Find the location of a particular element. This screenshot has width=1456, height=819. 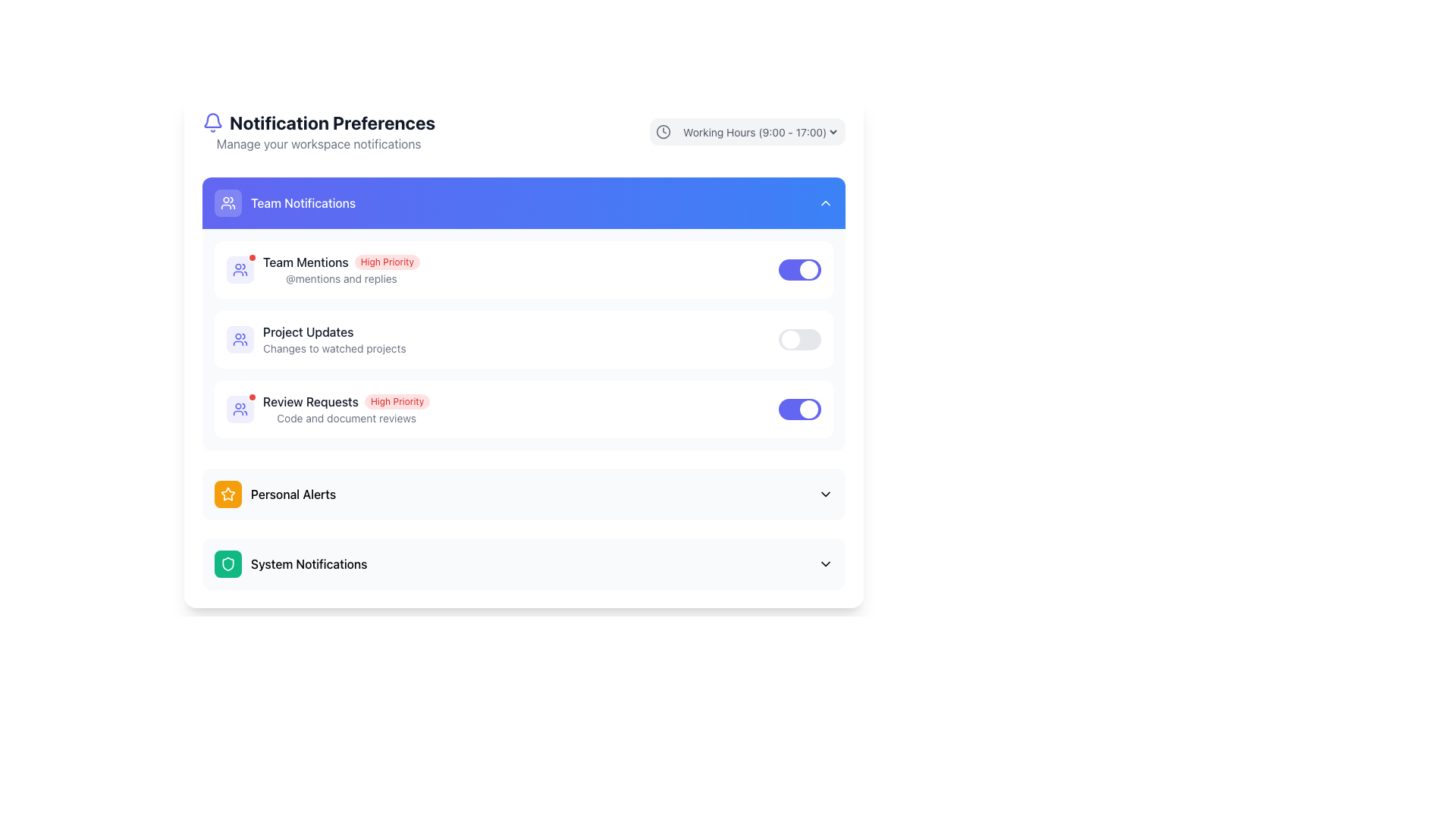

the dropdown menu labeled 'Working Hours (9:00 - 17:00)' located at the top-right corner of the interface is located at coordinates (760, 130).